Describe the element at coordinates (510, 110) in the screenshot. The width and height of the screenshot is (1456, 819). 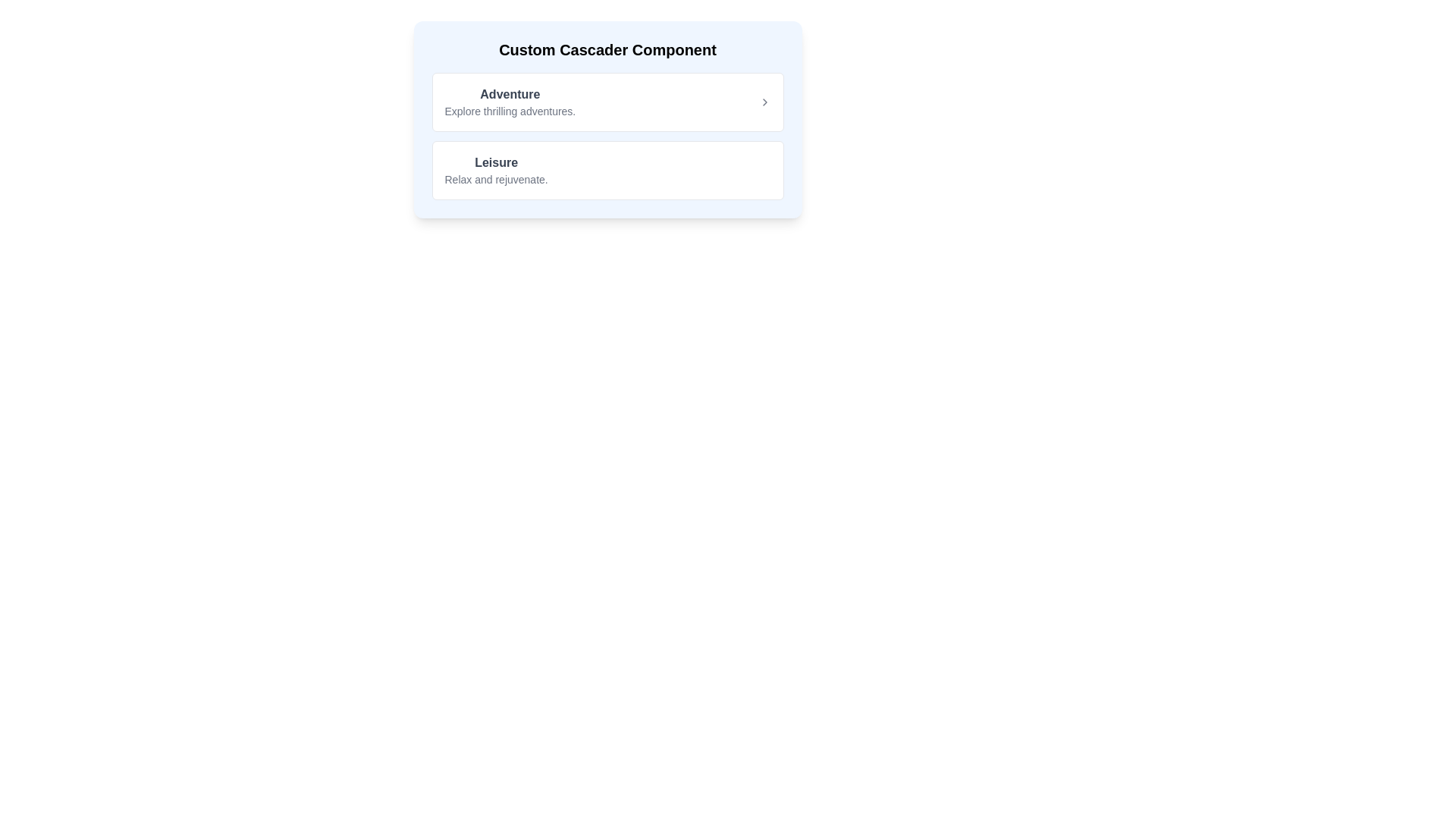
I see `the static text element that serves as a subheading for the 'Adventure' category, located beneath the 'Adventure' heading in the custom cascader component` at that location.